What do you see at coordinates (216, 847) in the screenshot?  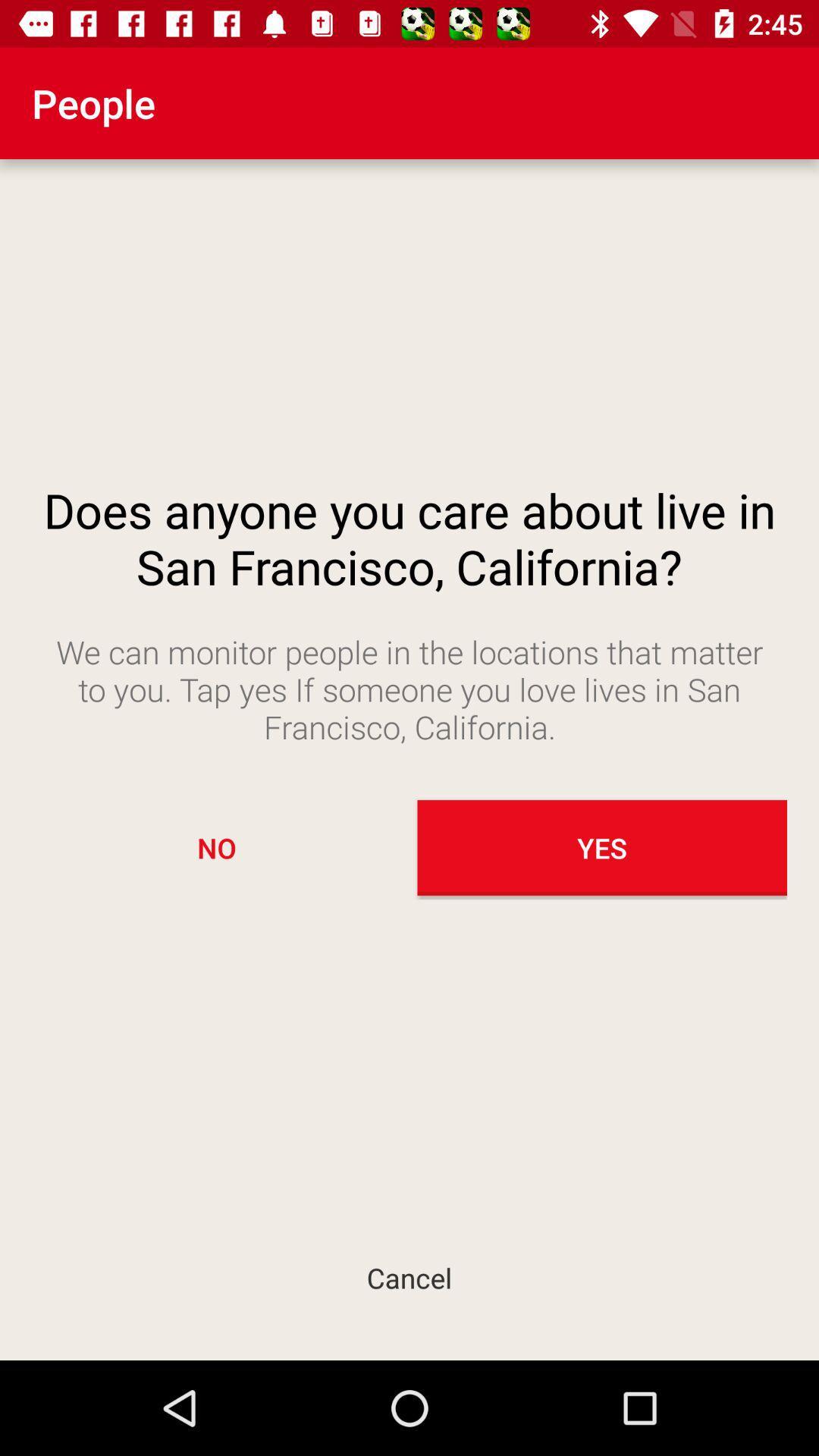 I see `the icon next to the yes icon` at bounding box center [216, 847].